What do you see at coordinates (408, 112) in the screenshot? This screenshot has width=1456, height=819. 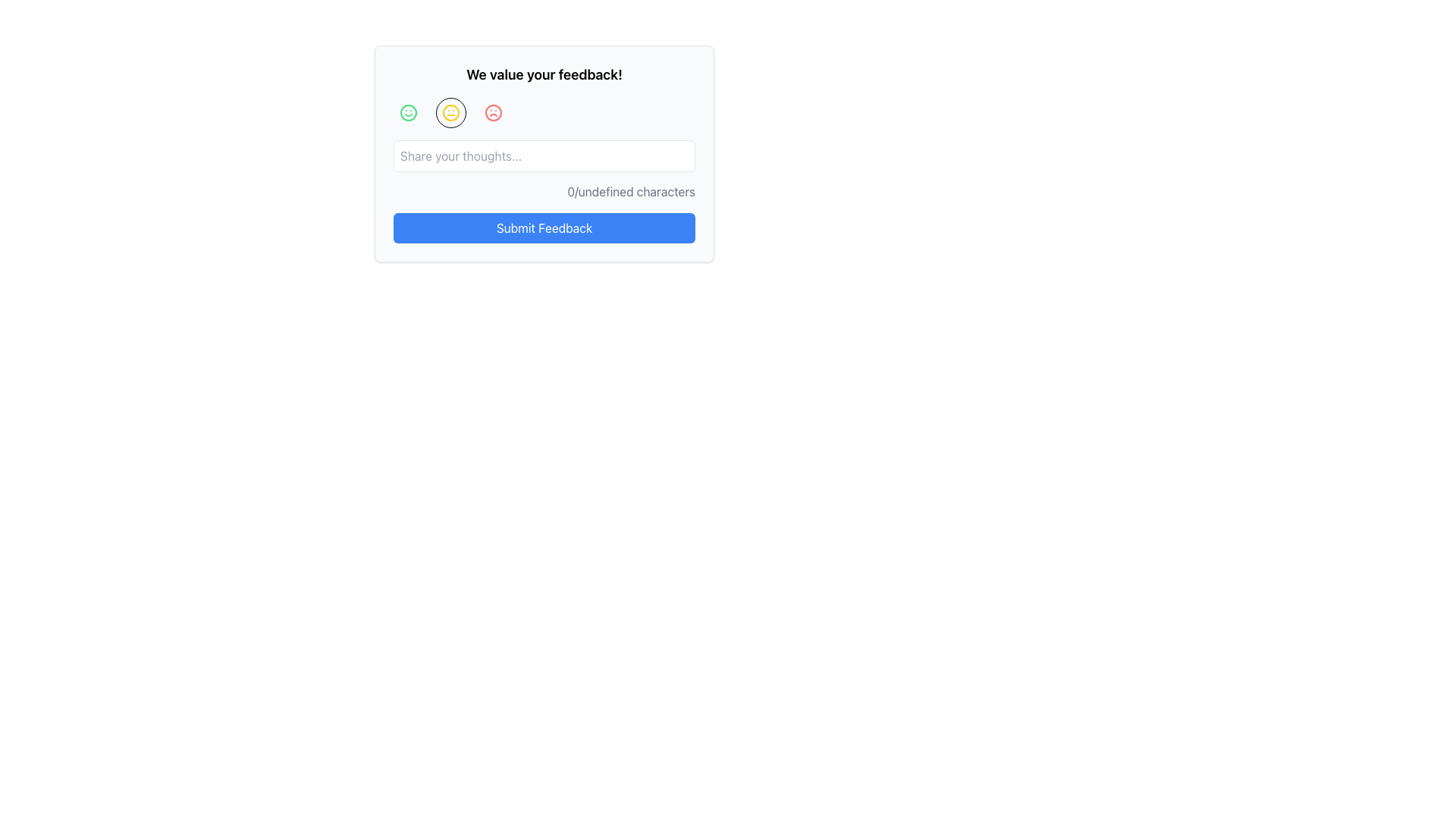 I see `the smiley face icon representing positive feedback in the rating system` at bounding box center [408, 112].